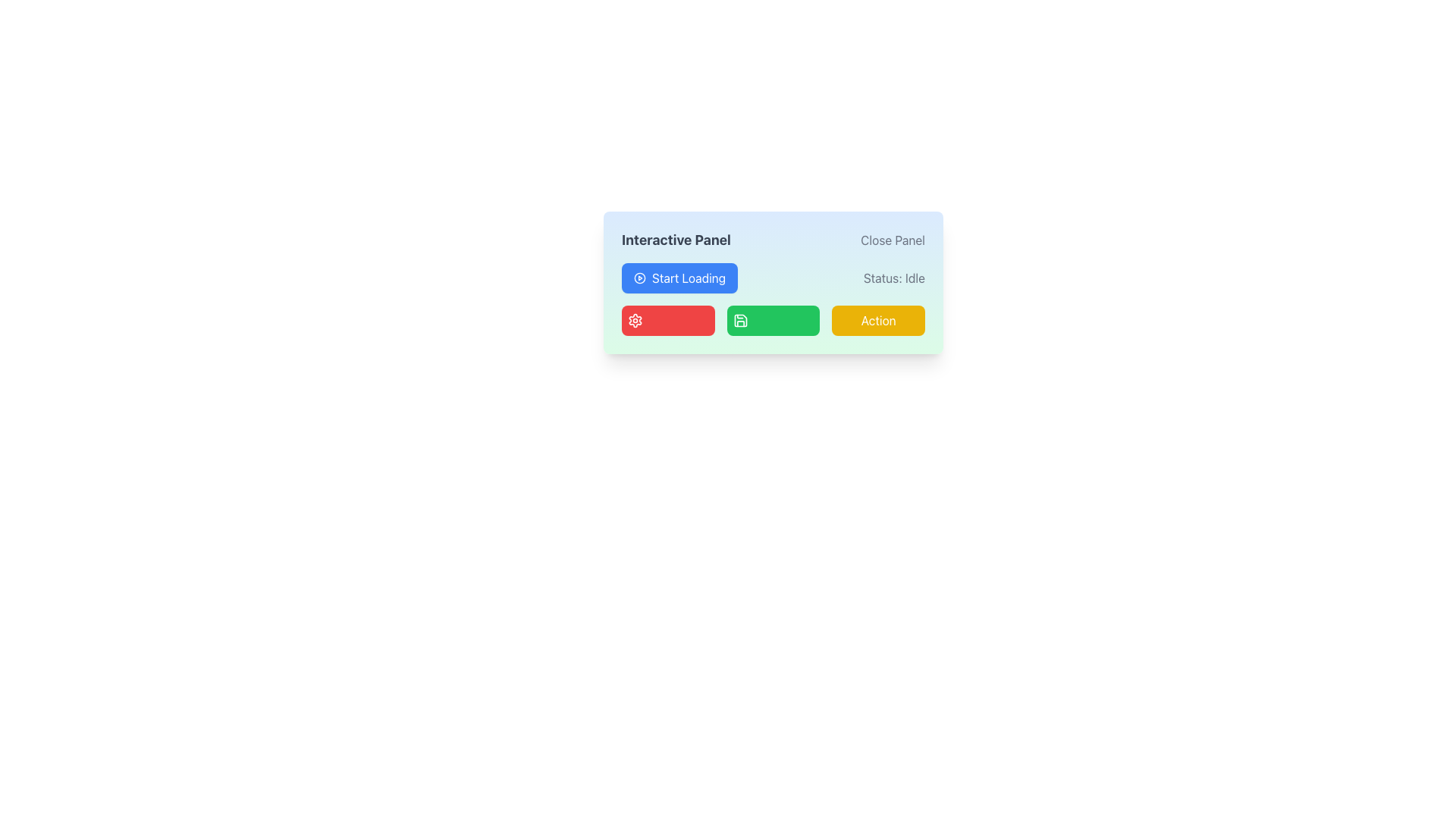 The height and width of the screenshot is (819, 1456). What do you see at coordinates (679, 278) in the screenshot?
I see `the button located in the 'Interactive Panel' that initiates a loading process, positioned above the row of colored buttons and aligned with 'Status: Idle'` at bounding box center [679, 278].